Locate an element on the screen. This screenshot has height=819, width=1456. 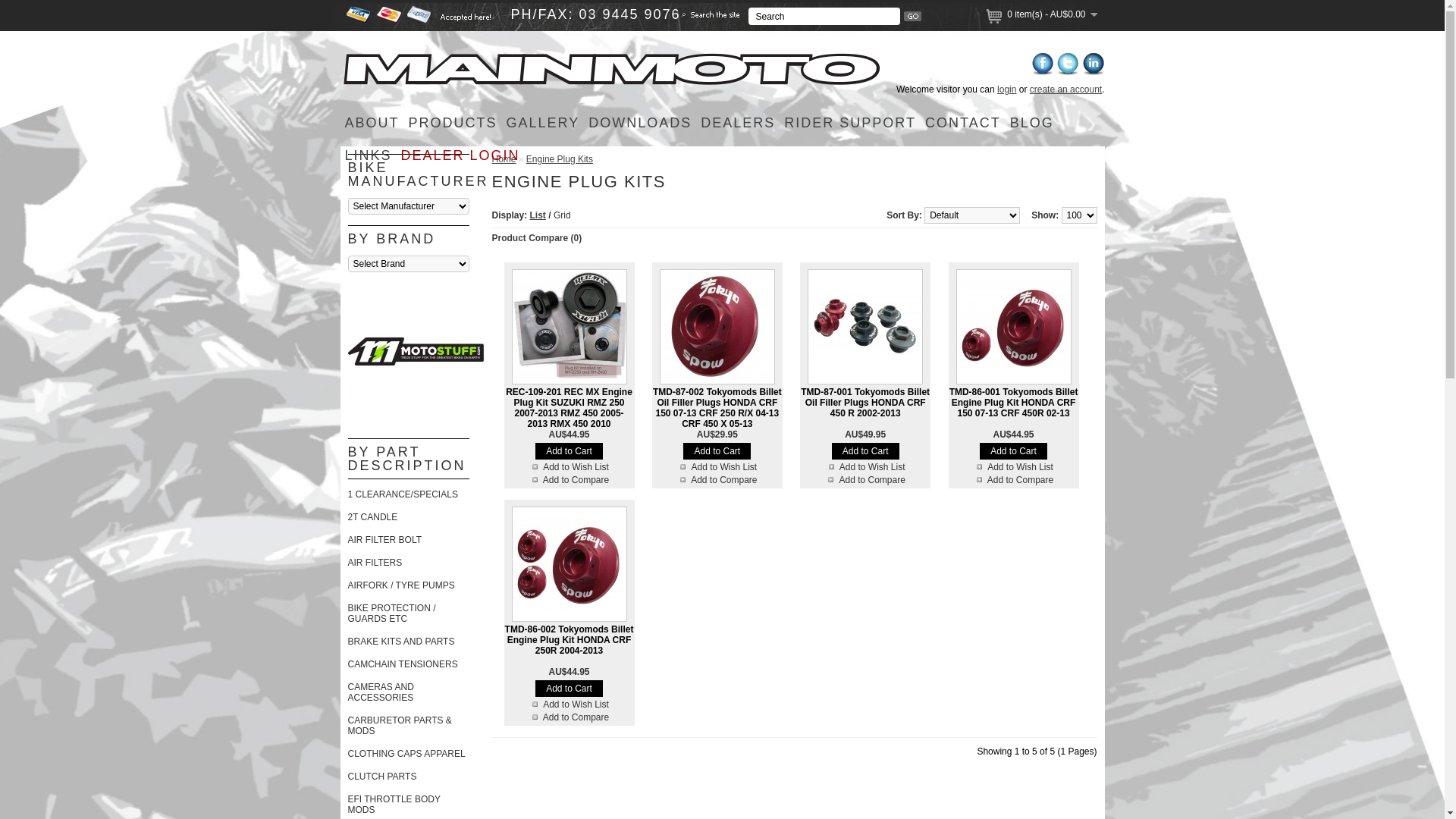
'login' is located at coordinates (1006, 89).